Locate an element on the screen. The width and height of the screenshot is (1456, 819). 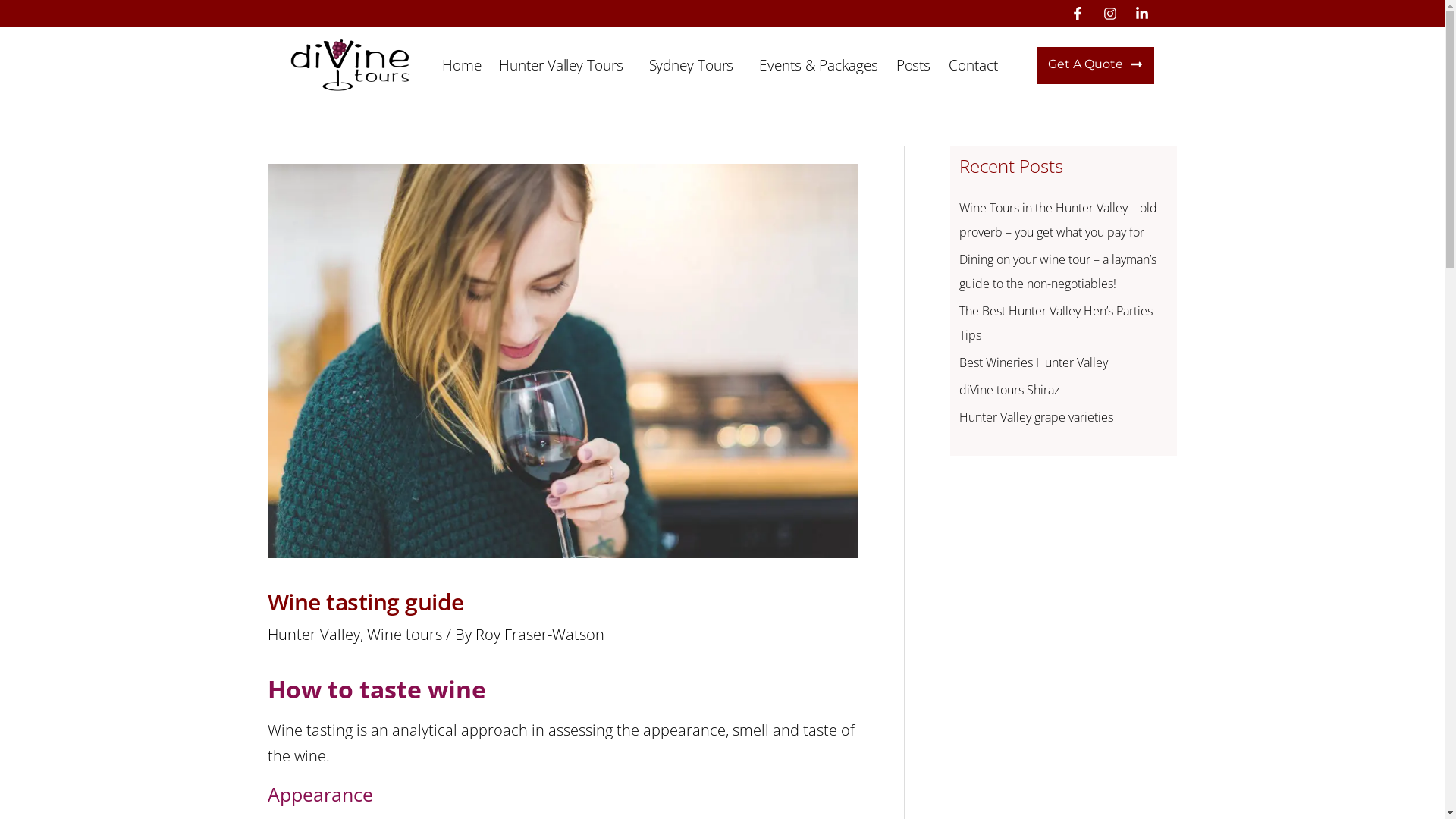
'Hunter Valley Tours' is located at coordinates (563, 64).